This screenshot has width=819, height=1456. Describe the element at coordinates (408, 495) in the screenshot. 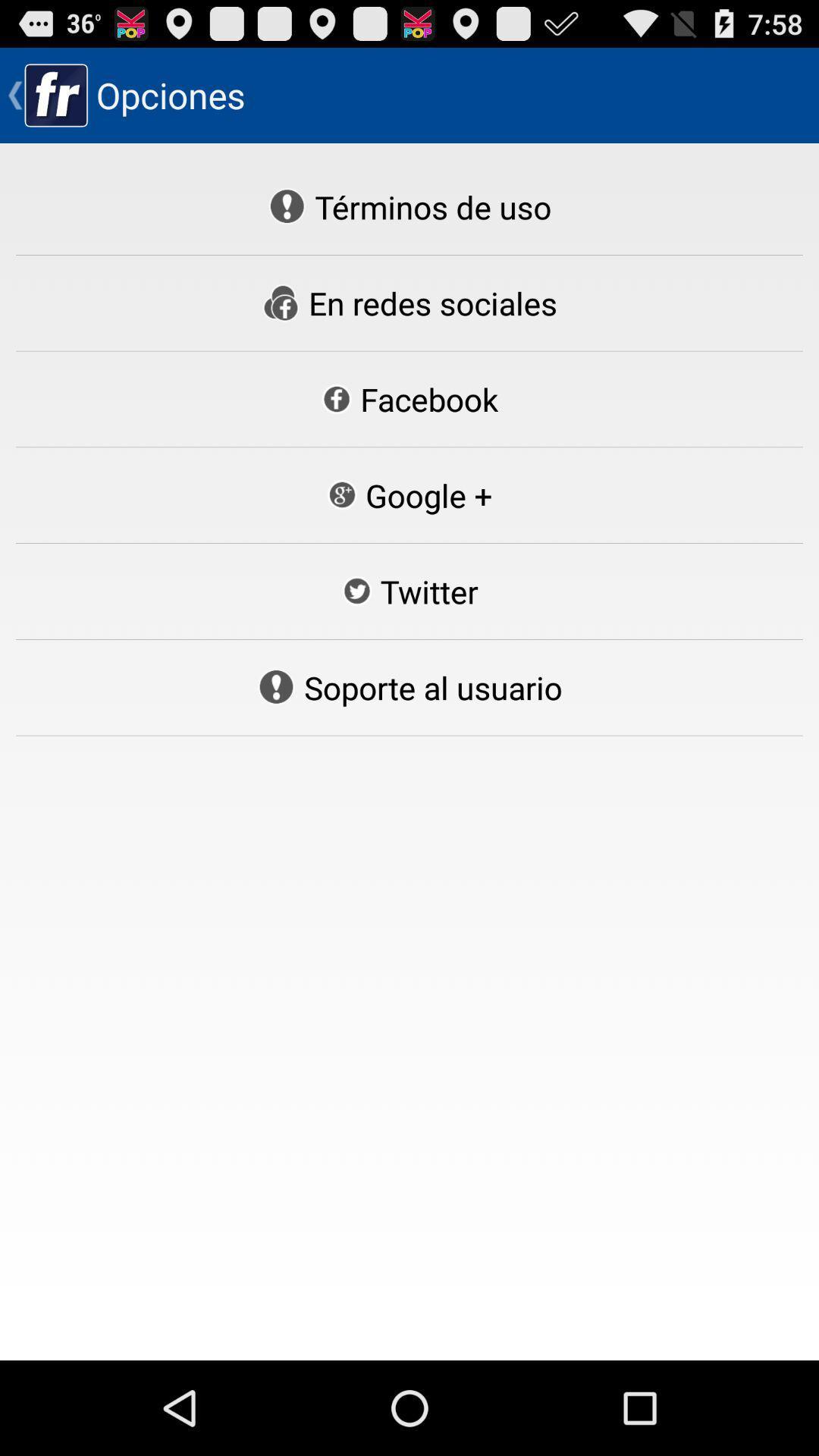

I see `the button below the facebook icon` at that location.